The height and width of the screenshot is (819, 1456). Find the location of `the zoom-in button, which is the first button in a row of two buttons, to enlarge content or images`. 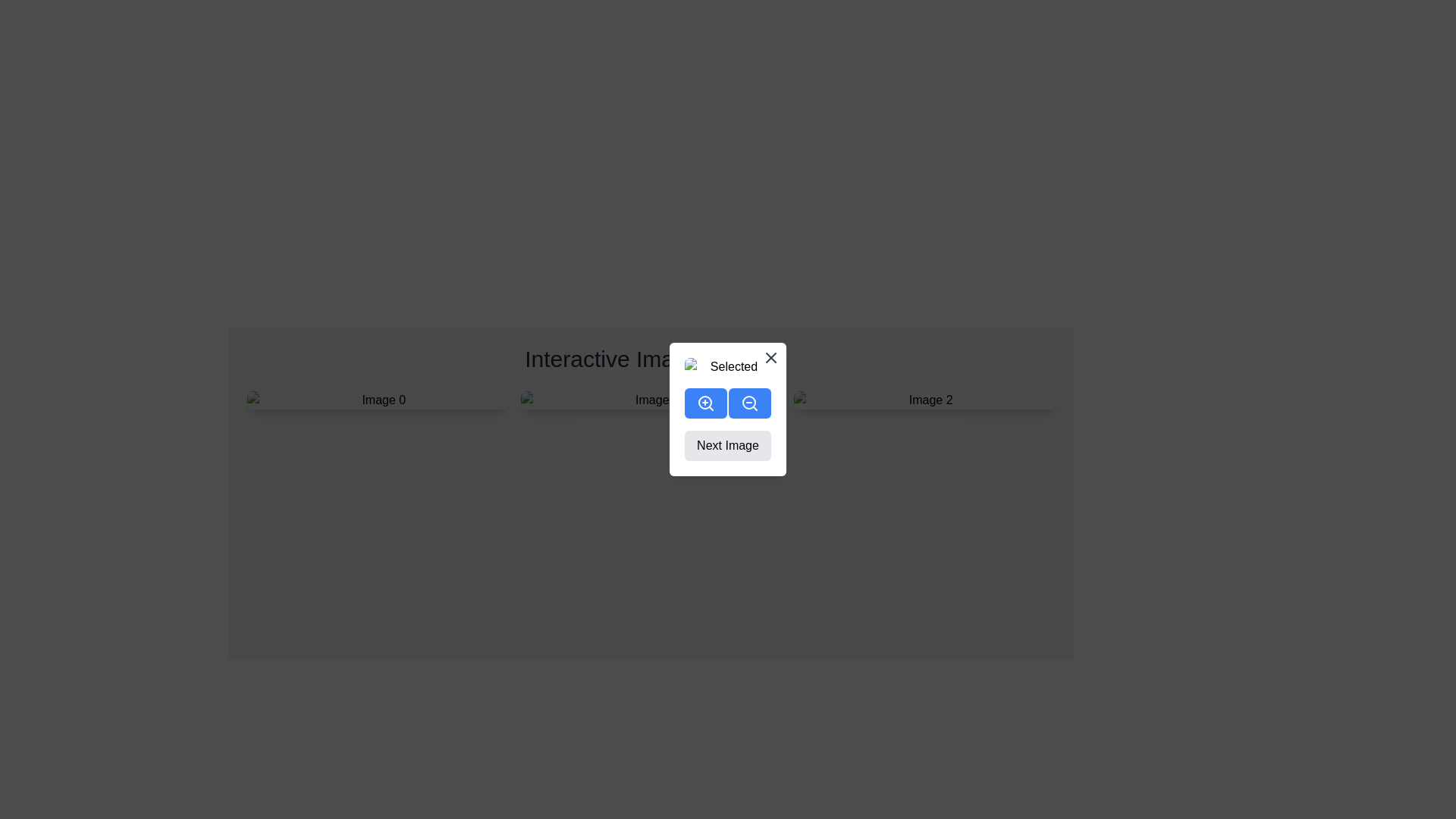

the zoom-in button, which is the first button in a row of two buttons, to enlarge content or images is located at coordinates (705, 403).